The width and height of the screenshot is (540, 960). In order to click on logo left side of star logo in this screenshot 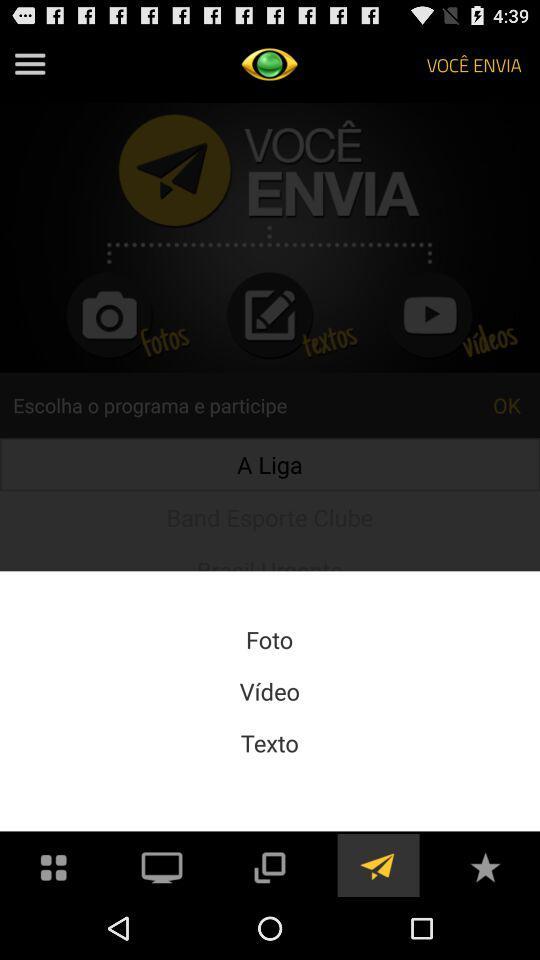, I will do `click(378, 864)`.